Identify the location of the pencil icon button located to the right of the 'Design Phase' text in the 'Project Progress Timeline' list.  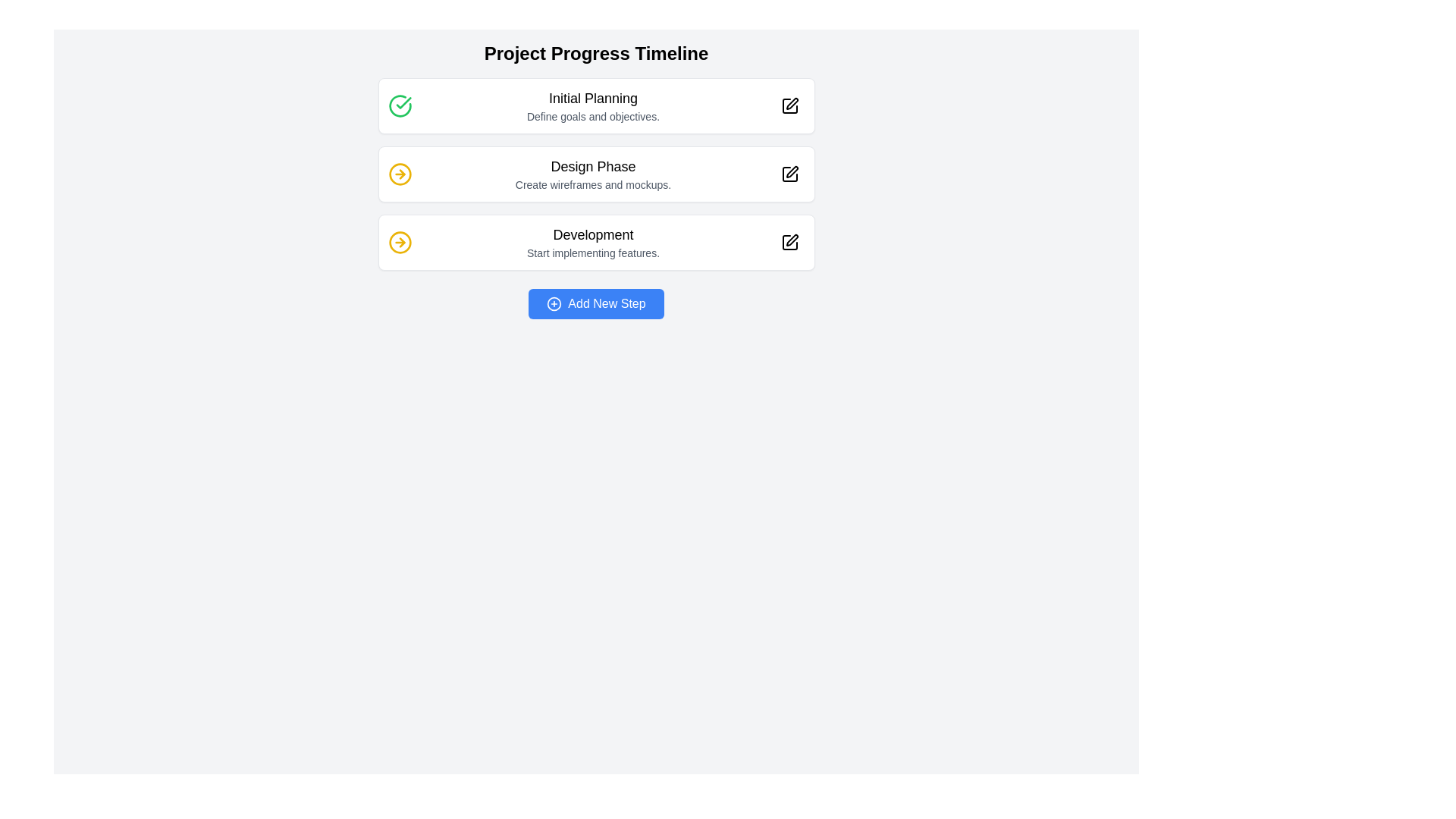
(789, 174).